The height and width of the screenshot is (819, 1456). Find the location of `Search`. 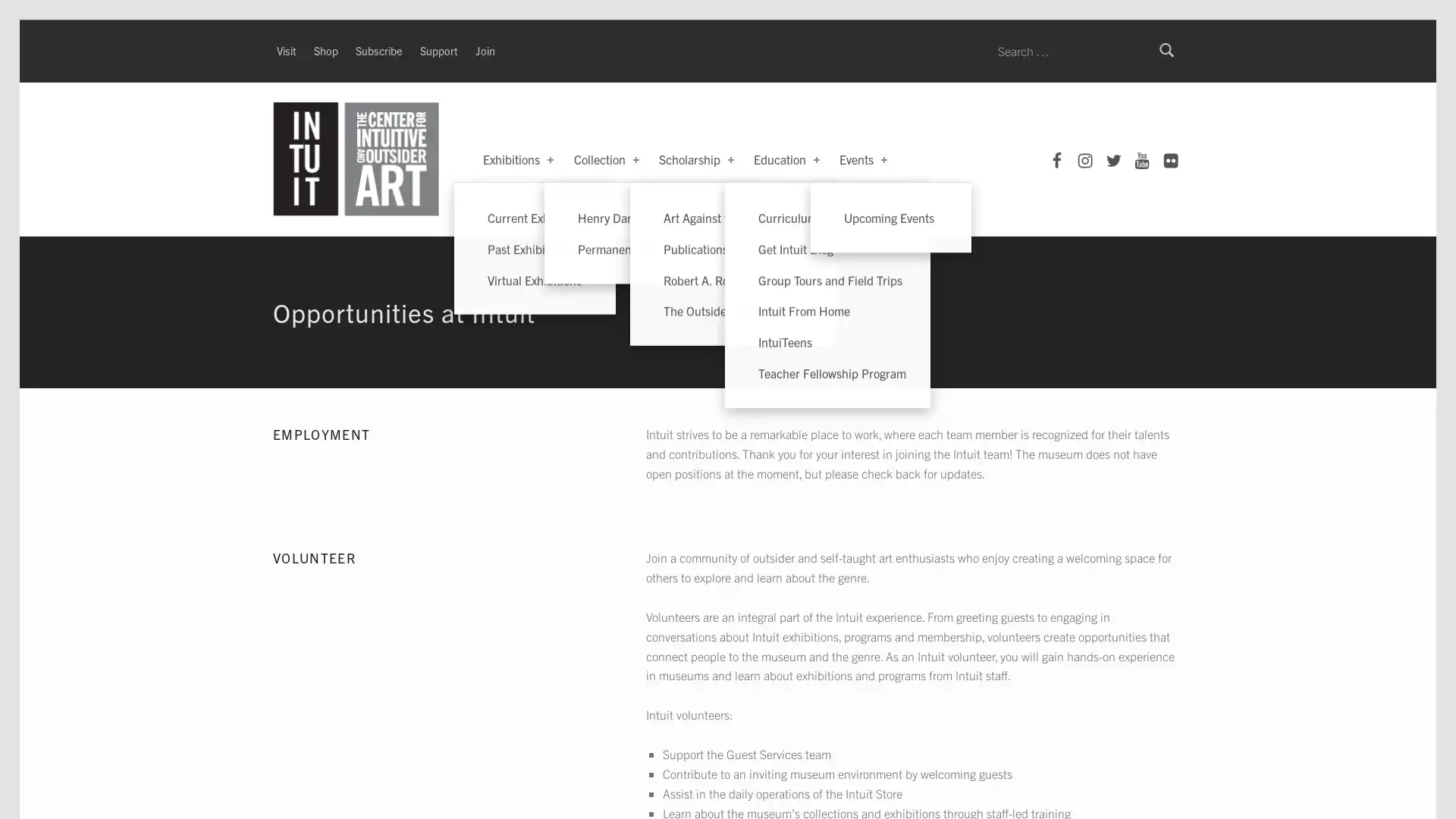

Search is located at coordinates (1165, 40).